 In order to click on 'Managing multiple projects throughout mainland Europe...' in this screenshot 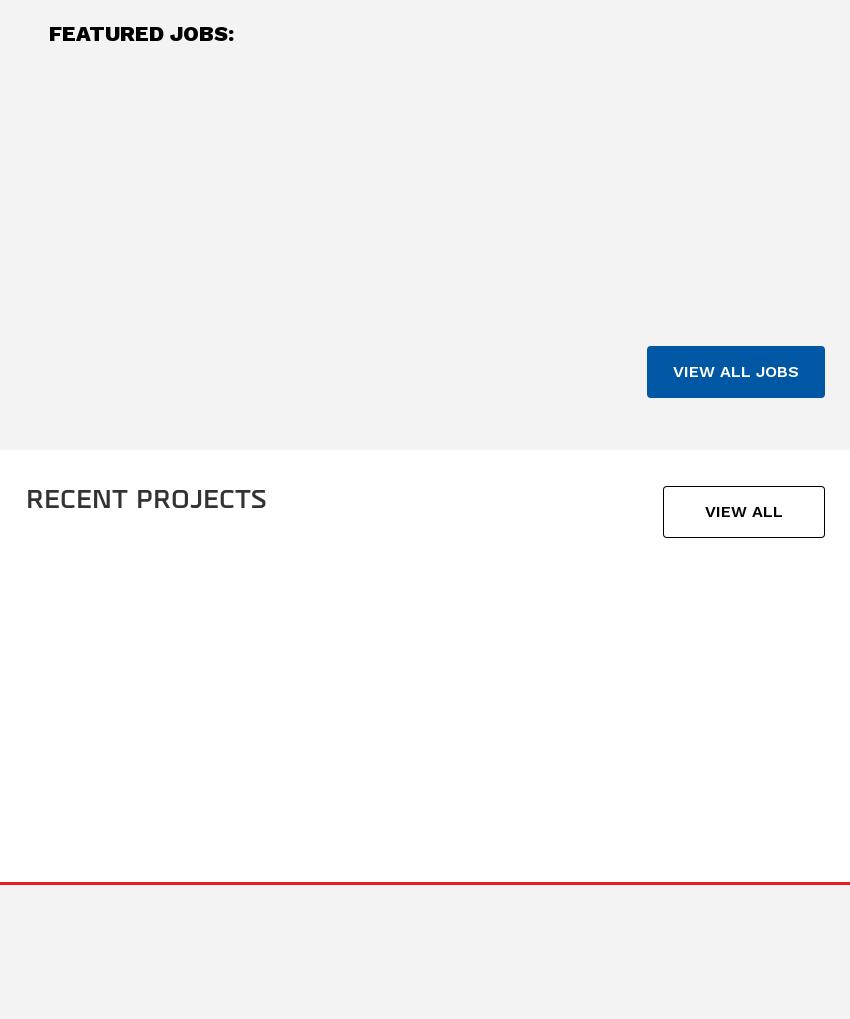, I will do `click(588, 259)`.